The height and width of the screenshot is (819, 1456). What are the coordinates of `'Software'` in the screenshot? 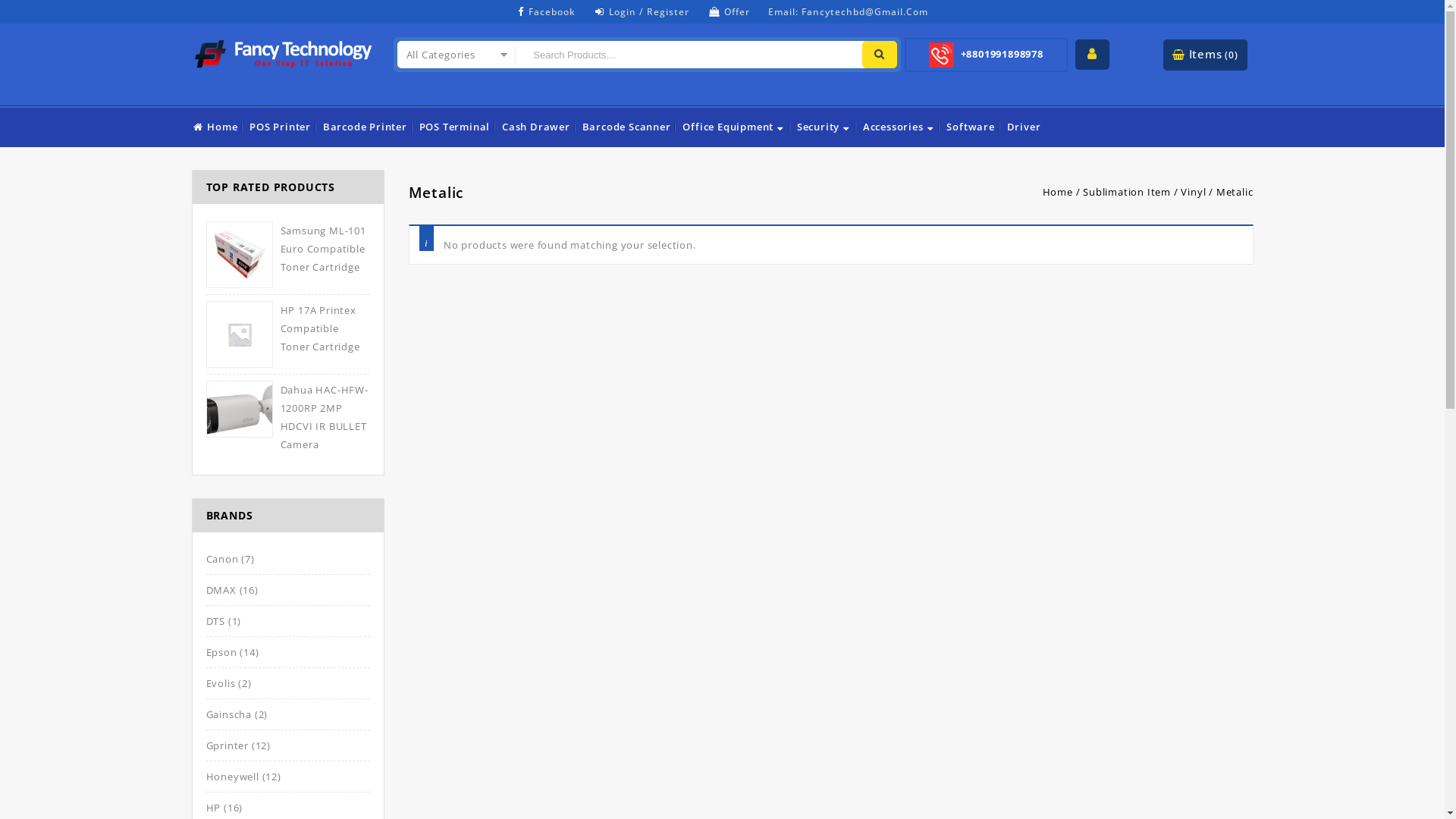 It's located at (945, 125).